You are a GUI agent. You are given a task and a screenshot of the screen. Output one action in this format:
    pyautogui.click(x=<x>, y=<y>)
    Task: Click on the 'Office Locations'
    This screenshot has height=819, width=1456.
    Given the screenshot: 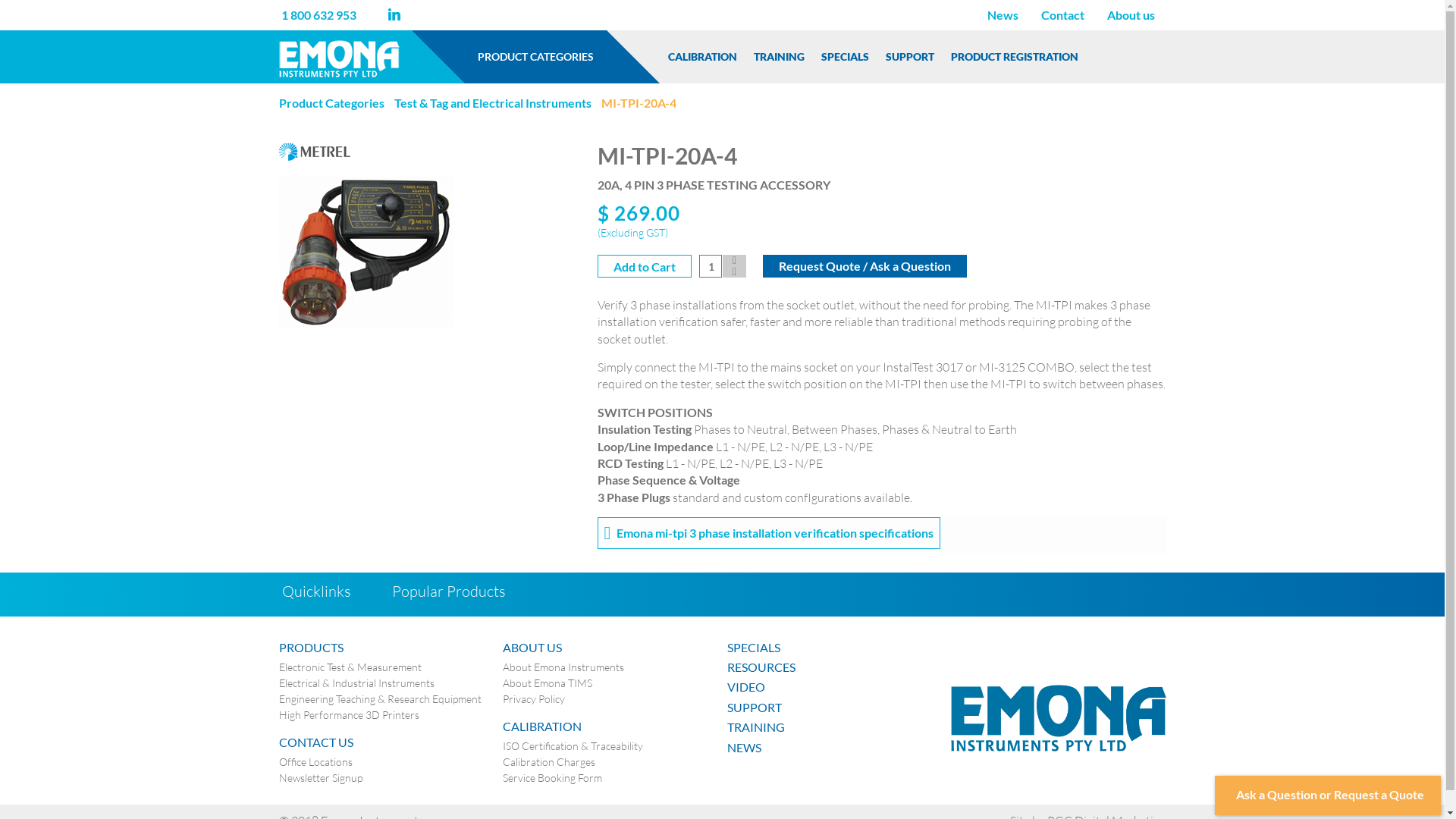 What is the action you would take?
    pyautogui.click(x=315, y=762)
    